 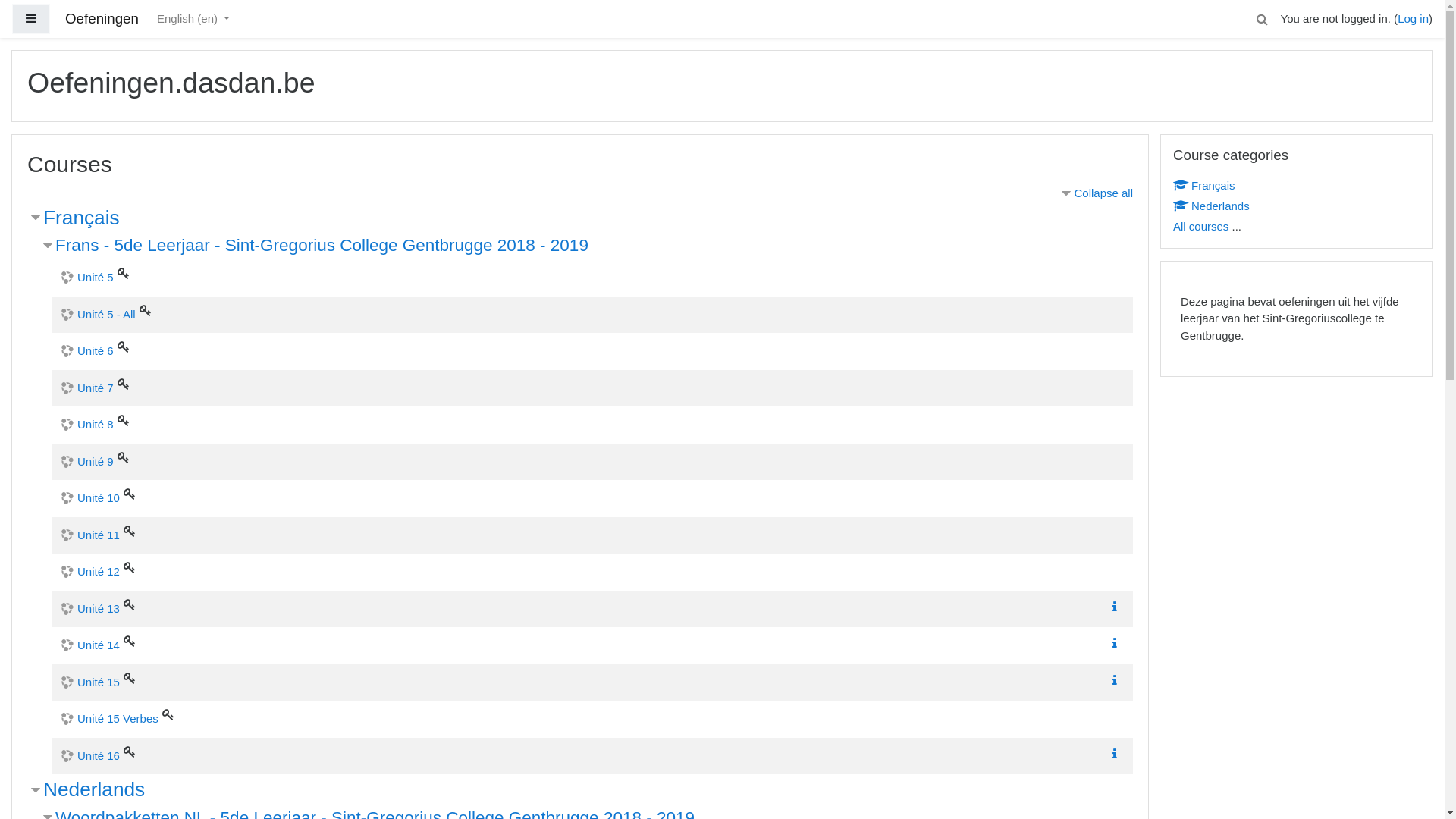 I want to click on 'Summary', so click(x=1117, y=643).